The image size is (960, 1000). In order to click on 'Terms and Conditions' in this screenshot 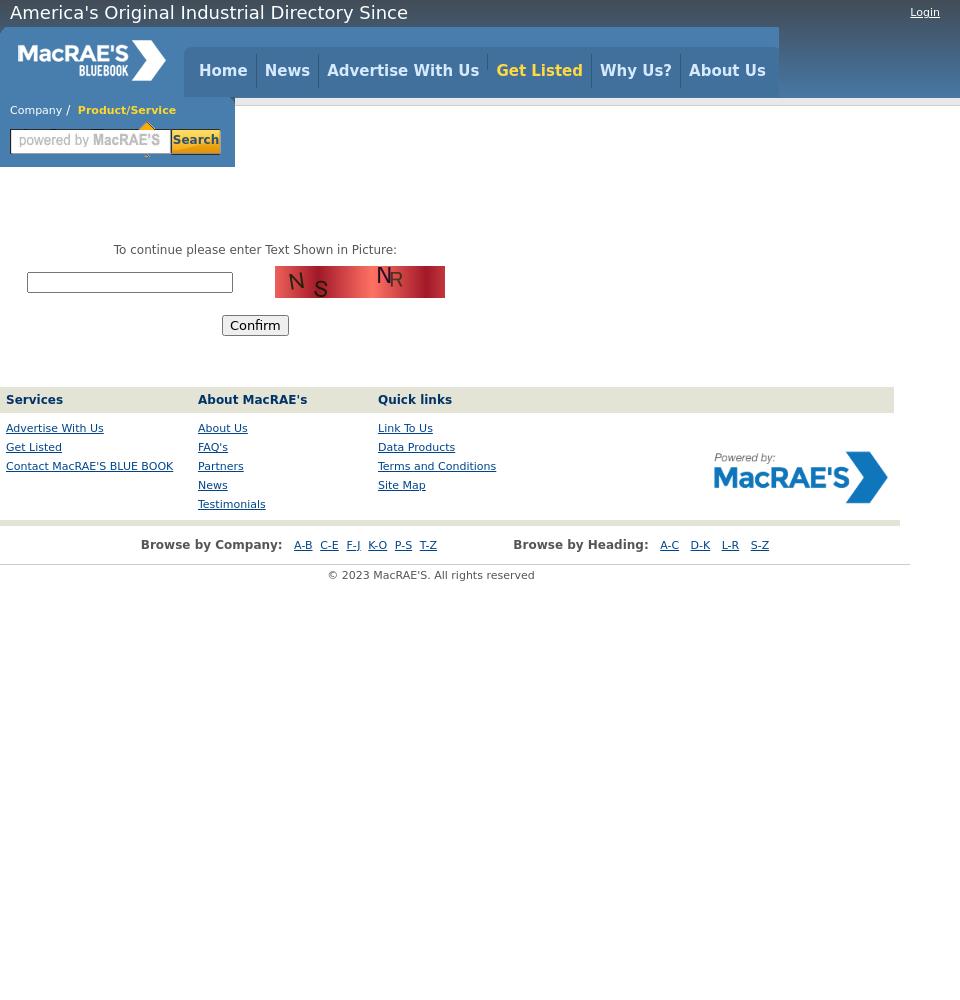, I will do `click(376, 465)`.